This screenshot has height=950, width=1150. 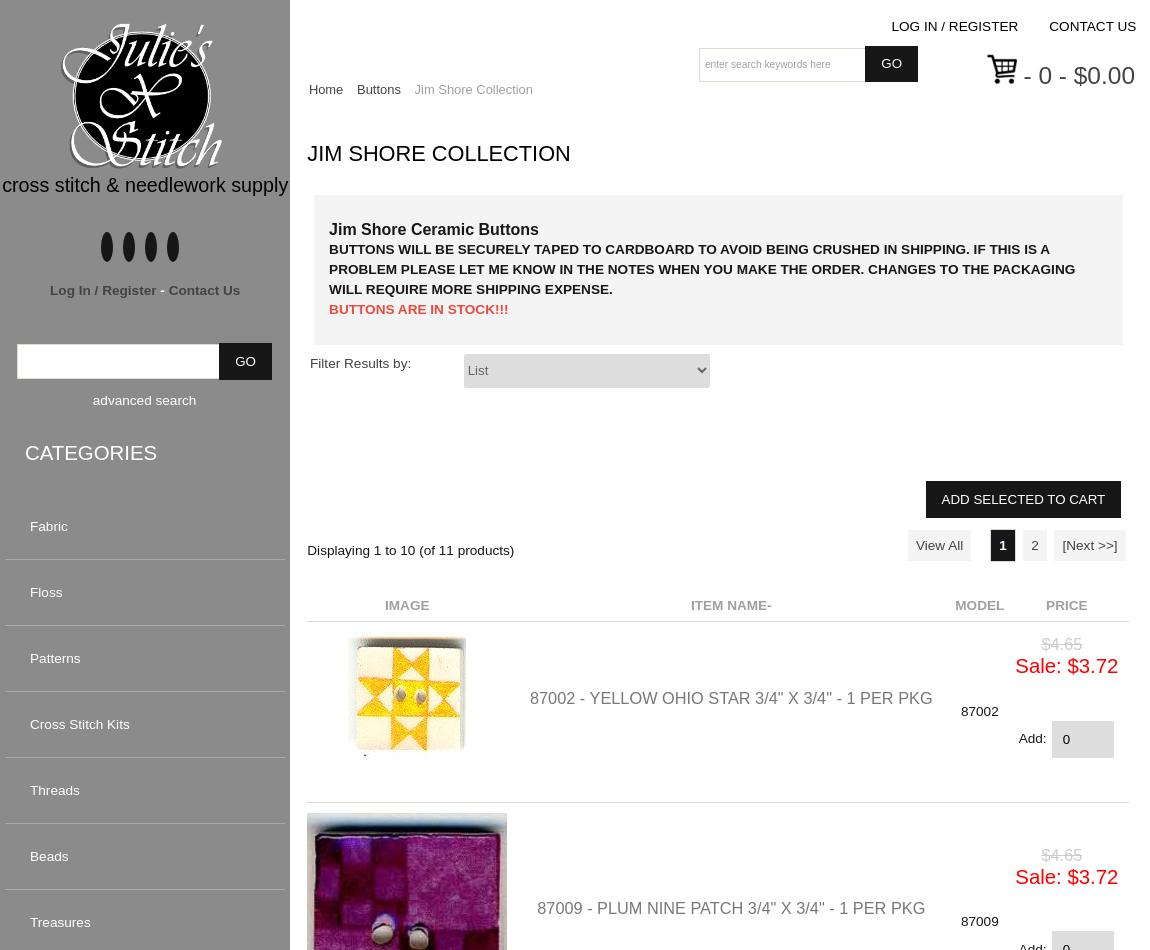 What do you see at coordinates (729, 605) in the screenshot?
I see `'Item Name-'` at bounding box center [729, 605].